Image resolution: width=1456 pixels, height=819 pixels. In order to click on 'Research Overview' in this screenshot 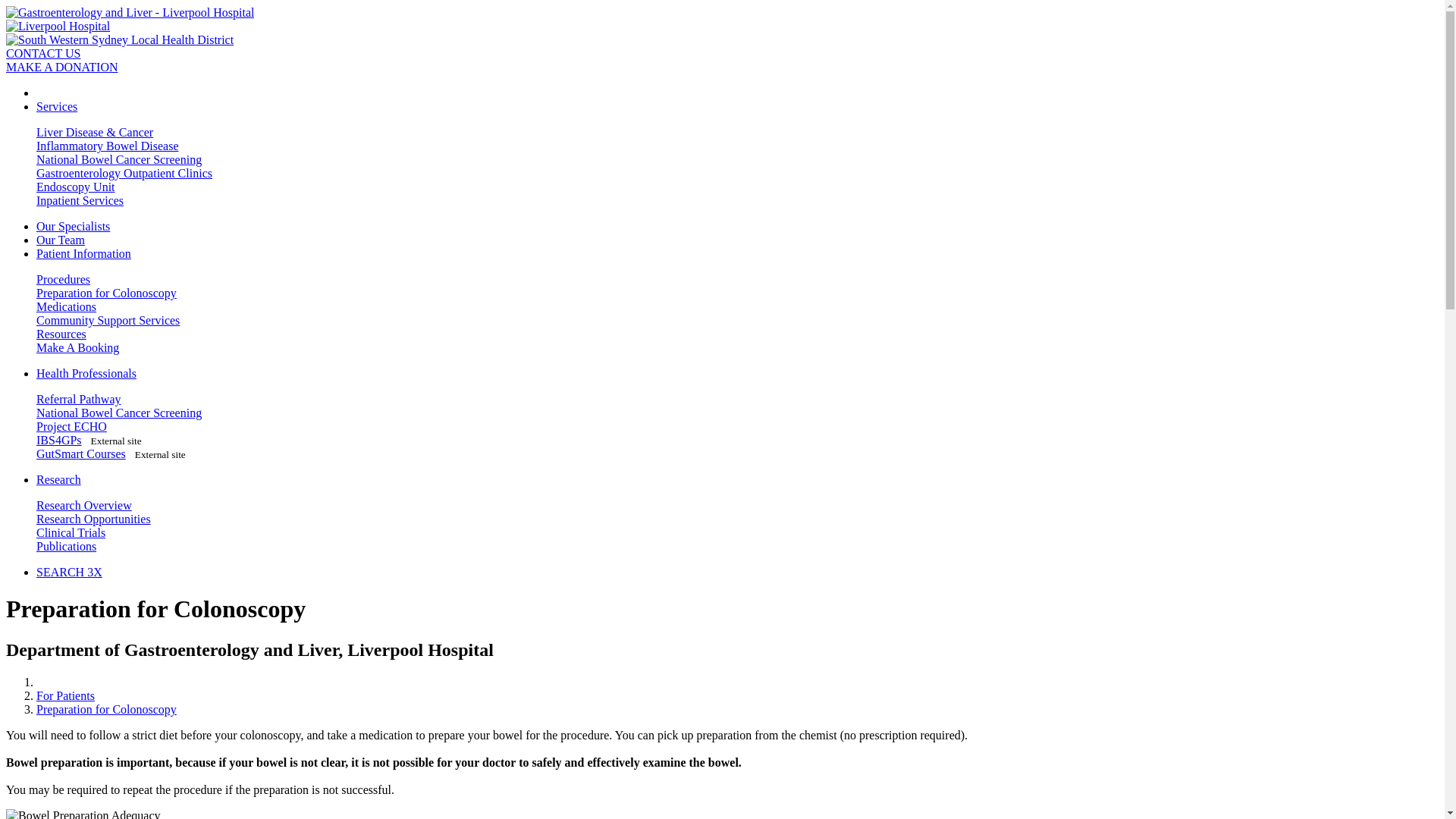, I will do `click(83, 505)`.